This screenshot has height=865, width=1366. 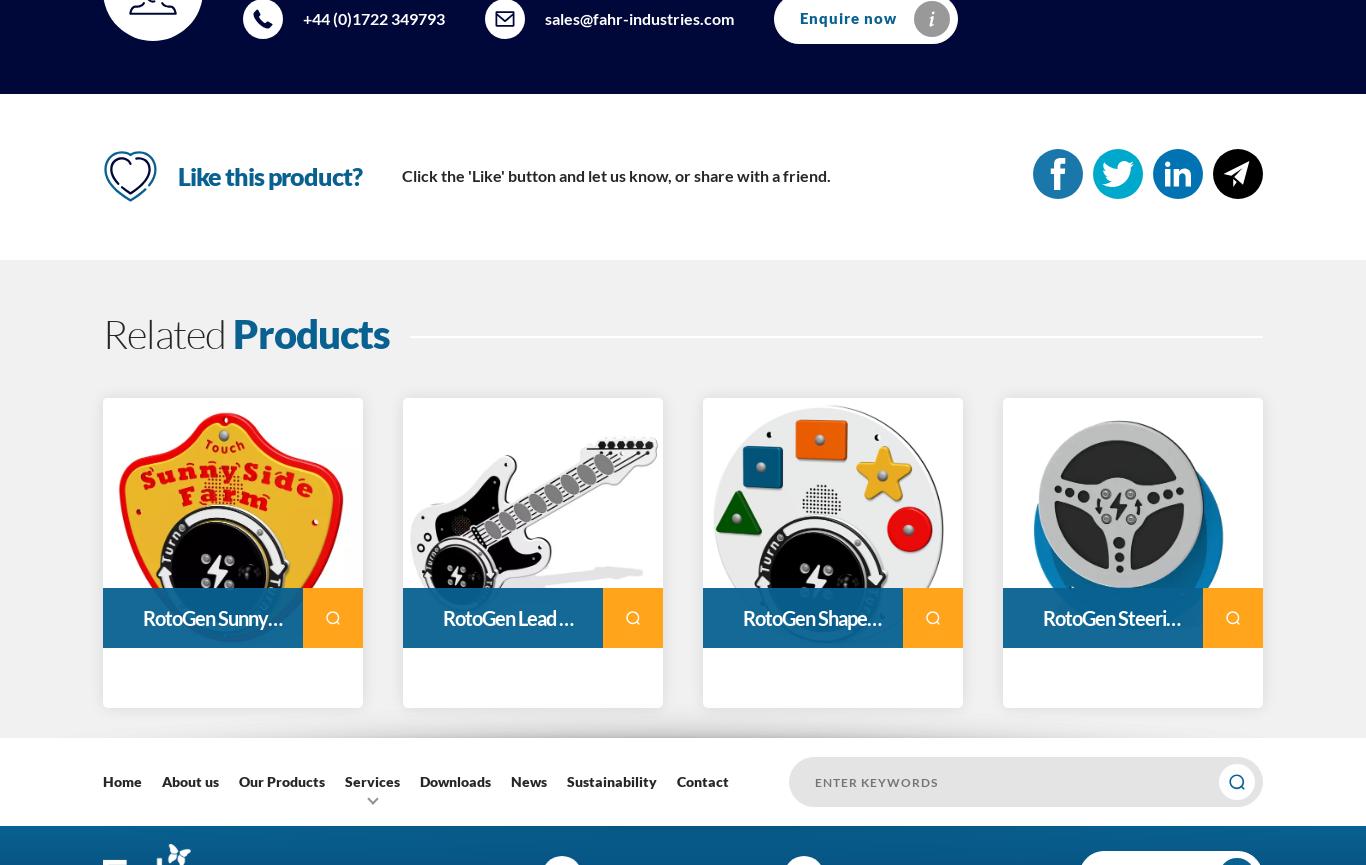 What do you see at coordinates (167, 333) in the screenshot?
I see `'Related'` at bounding box center [167, 333].